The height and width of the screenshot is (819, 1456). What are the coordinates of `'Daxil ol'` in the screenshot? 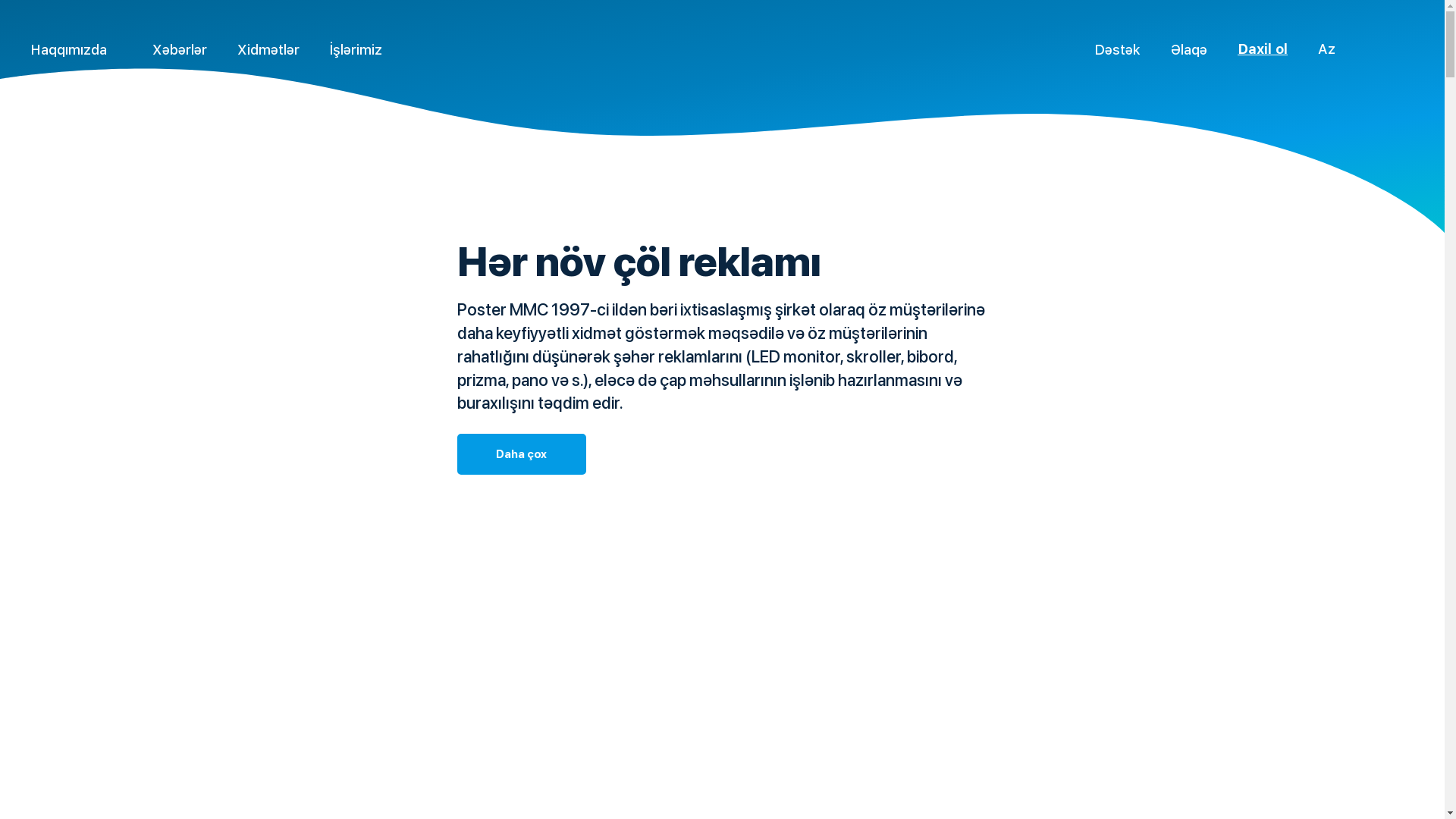 It's located at (1263, 48).